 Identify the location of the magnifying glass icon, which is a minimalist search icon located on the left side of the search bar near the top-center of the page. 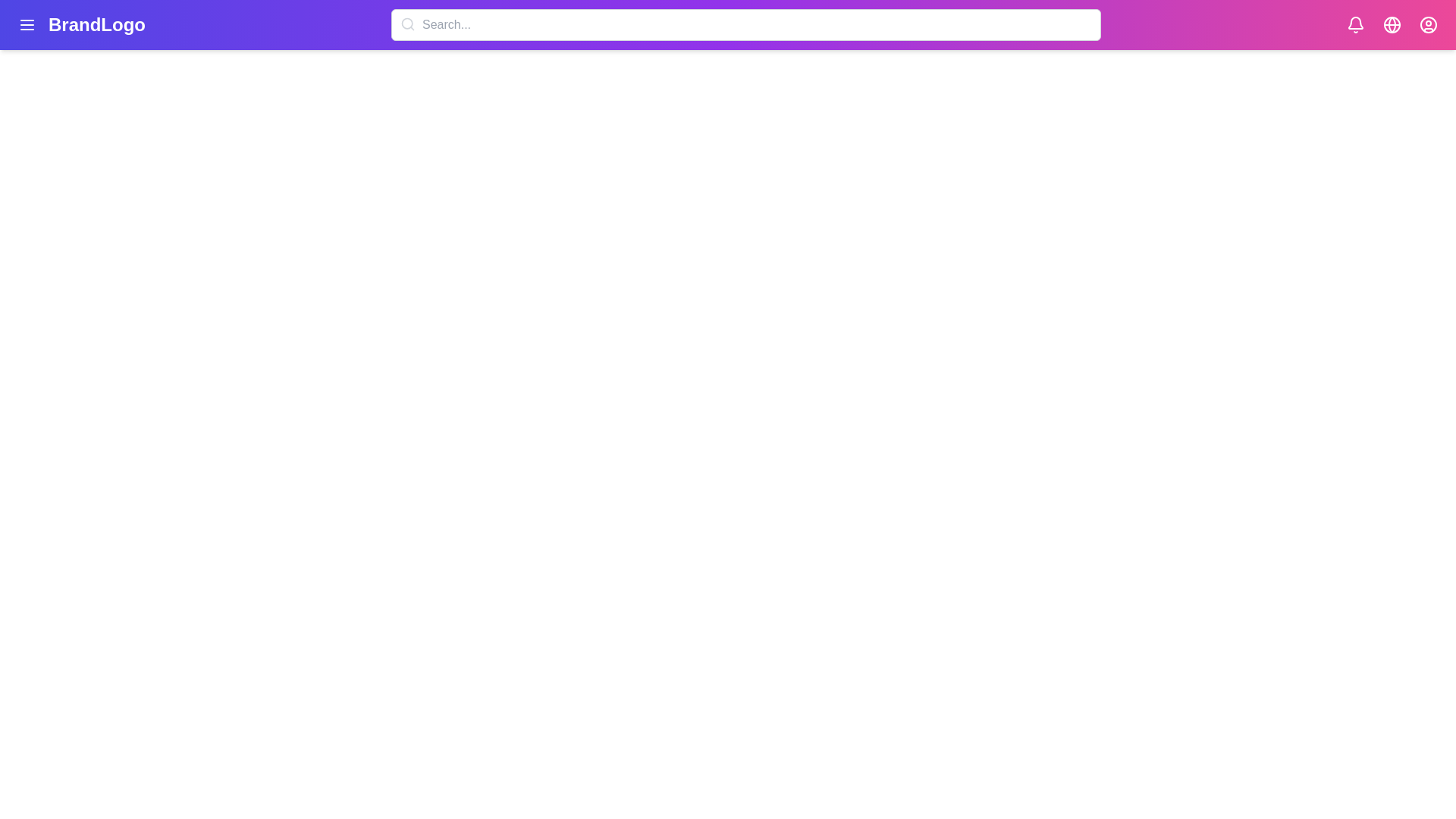
(407, 24).